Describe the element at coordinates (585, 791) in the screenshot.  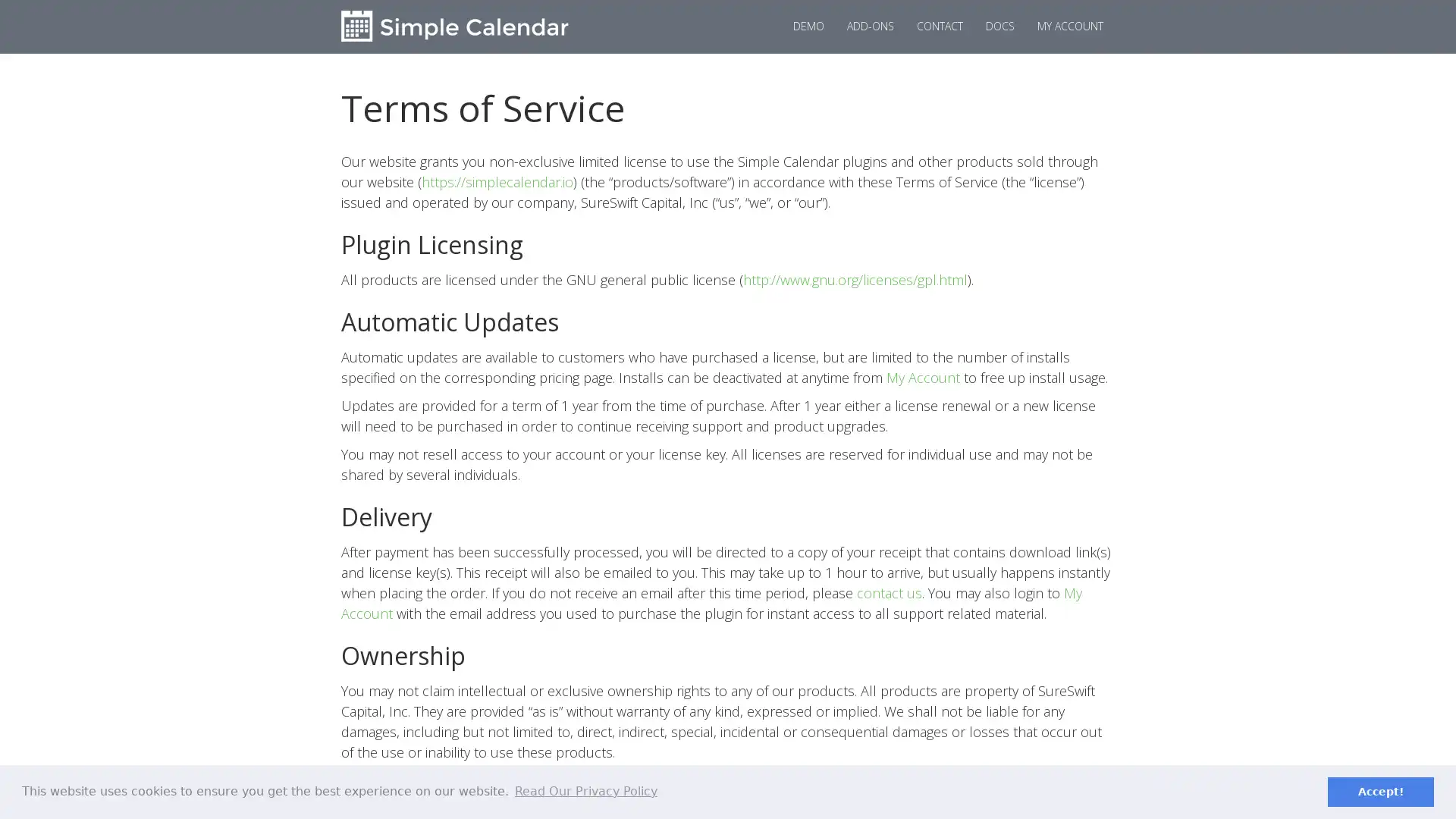
I see `learn more about cookies` at that location.